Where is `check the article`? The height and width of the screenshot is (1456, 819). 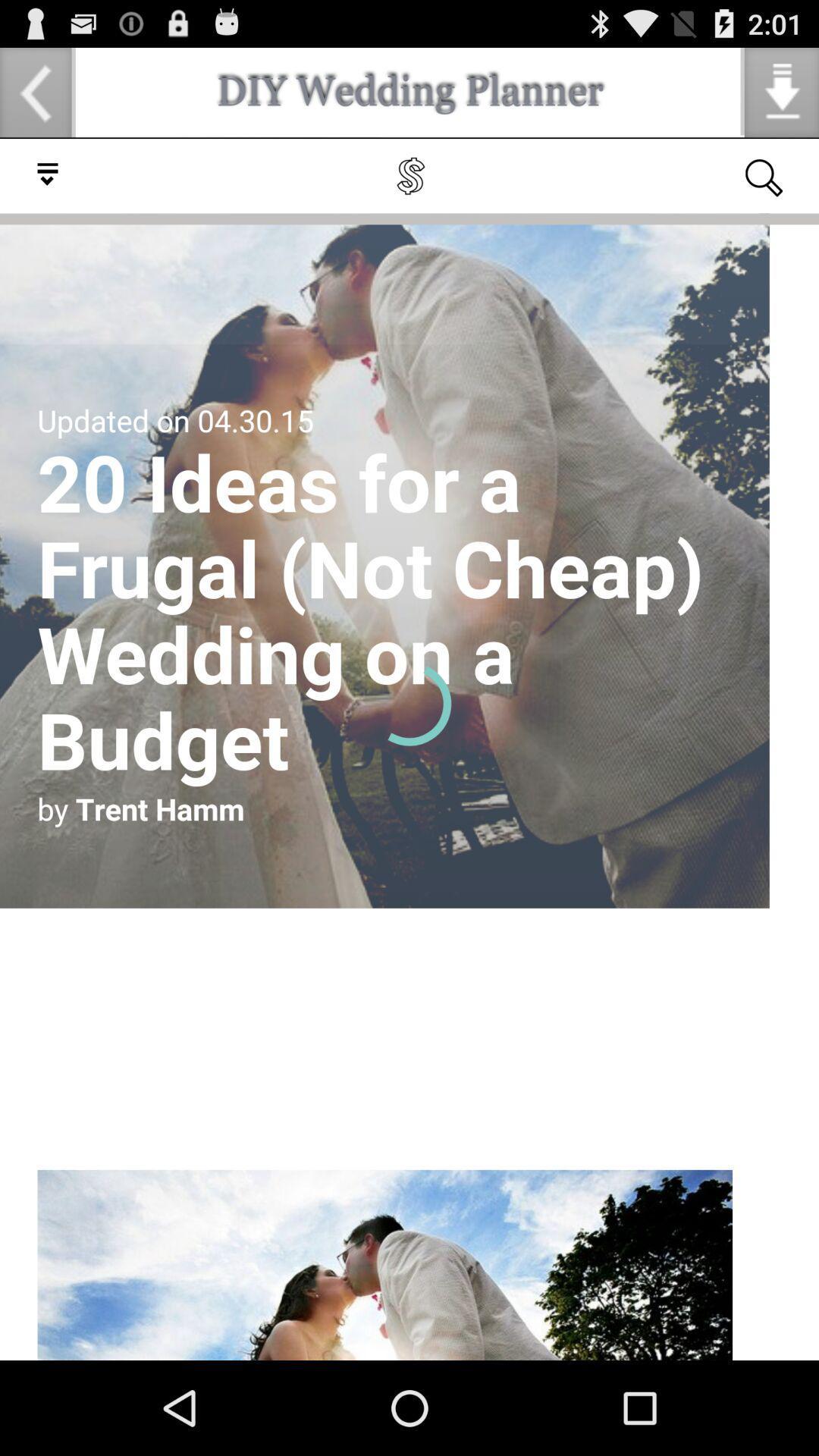 check the article is located at coordinates (409, 749).